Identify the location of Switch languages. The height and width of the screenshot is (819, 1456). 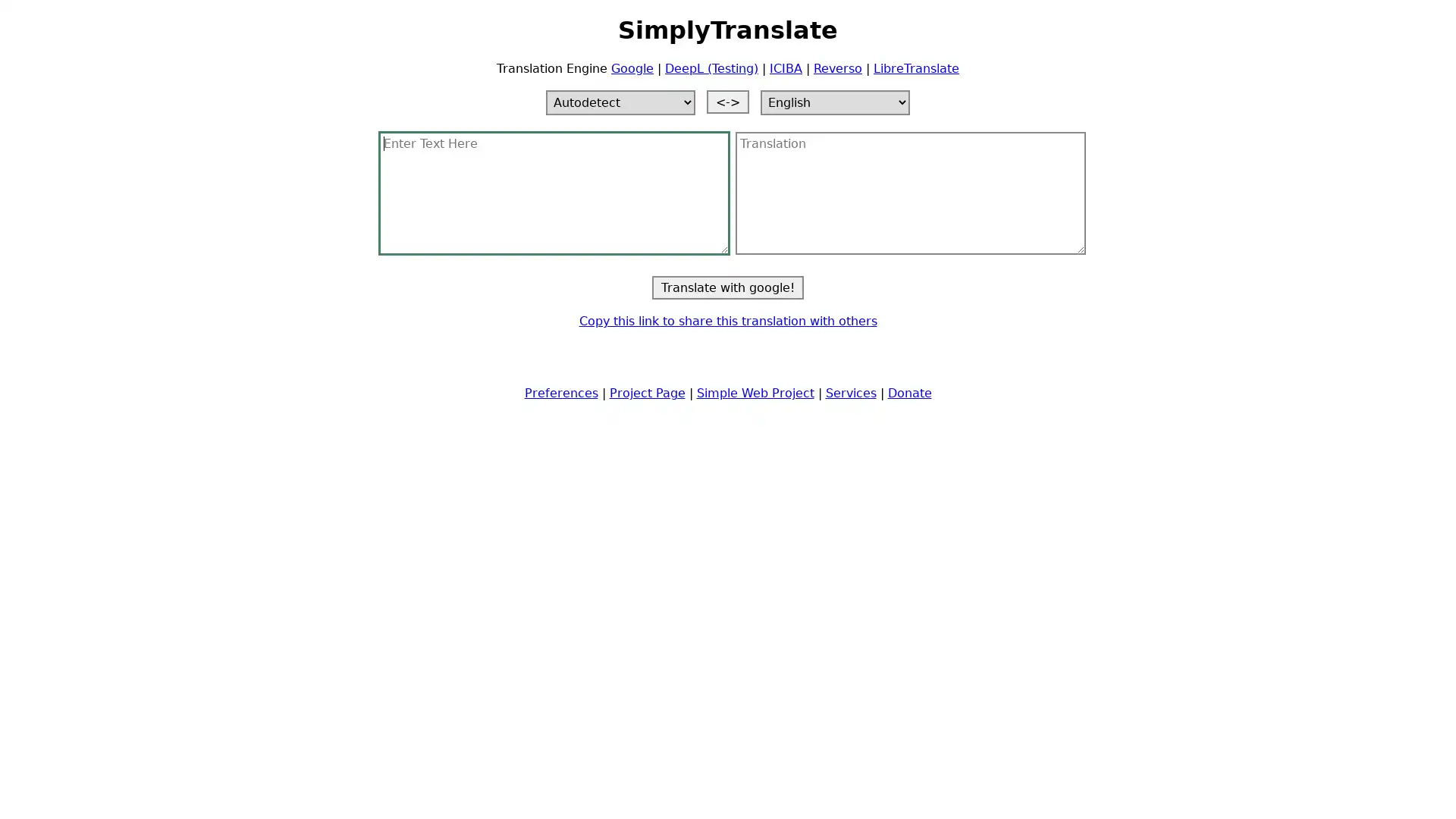
(728, 101).